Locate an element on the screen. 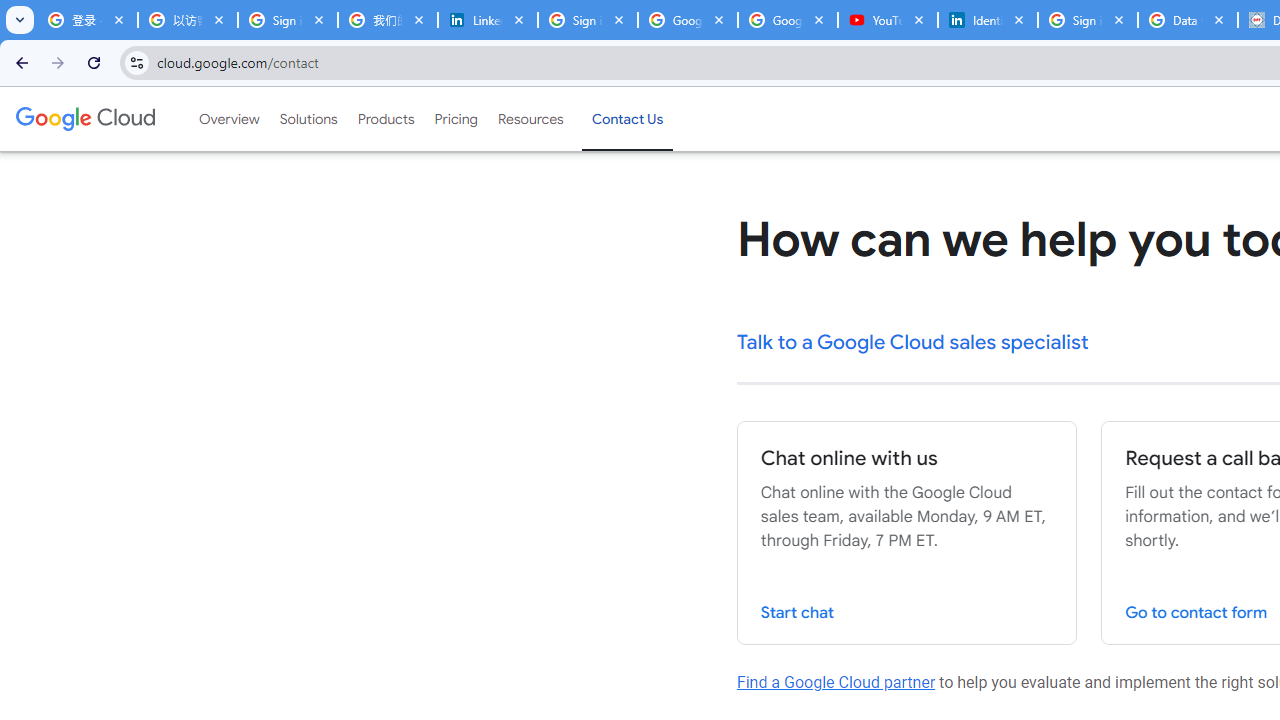 This screenshot has width=1280, height=720. 'Sign in - Google Accounts' is located at coordinates (1087, 20).